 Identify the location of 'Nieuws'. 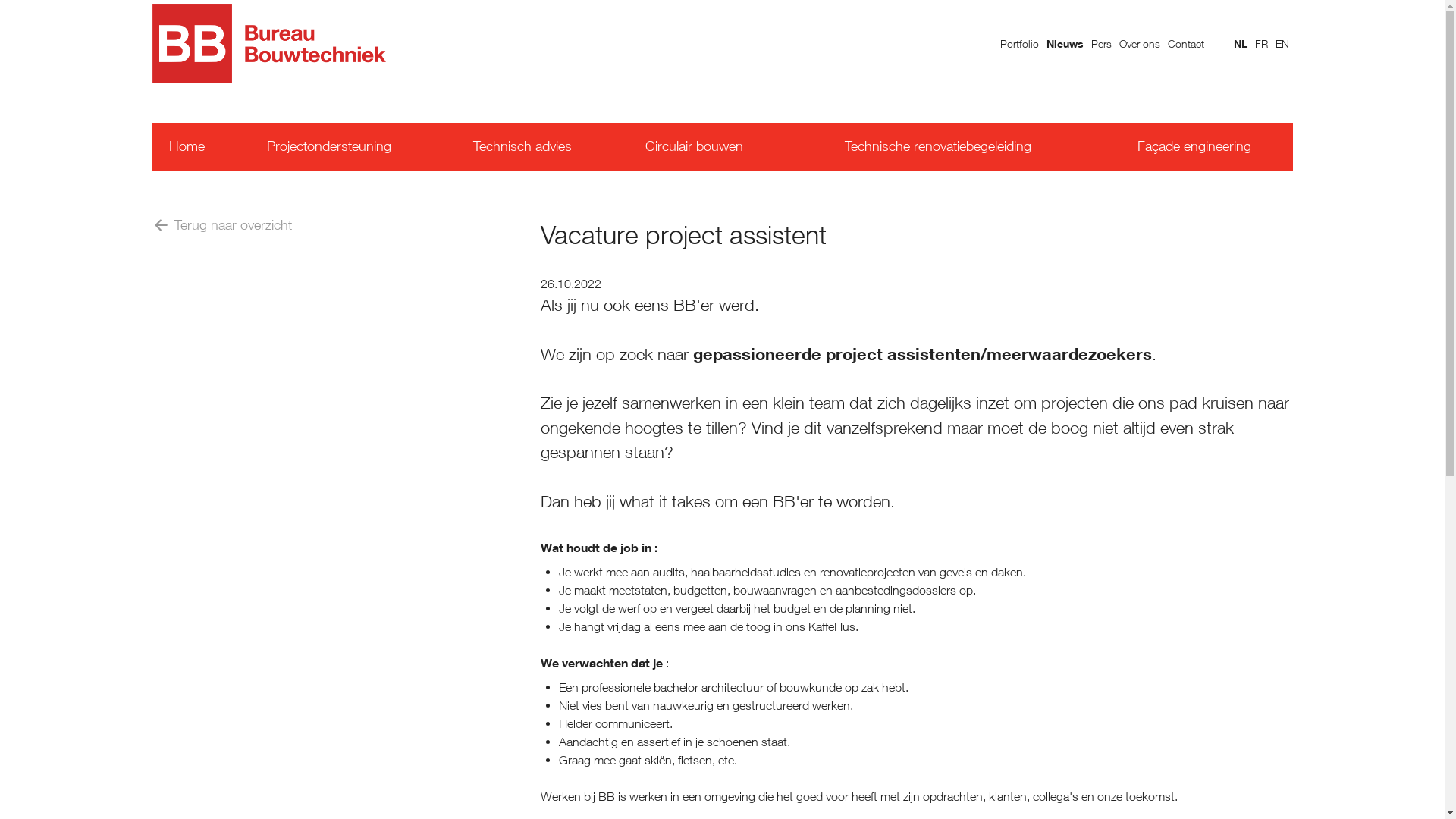
(1041, 42).